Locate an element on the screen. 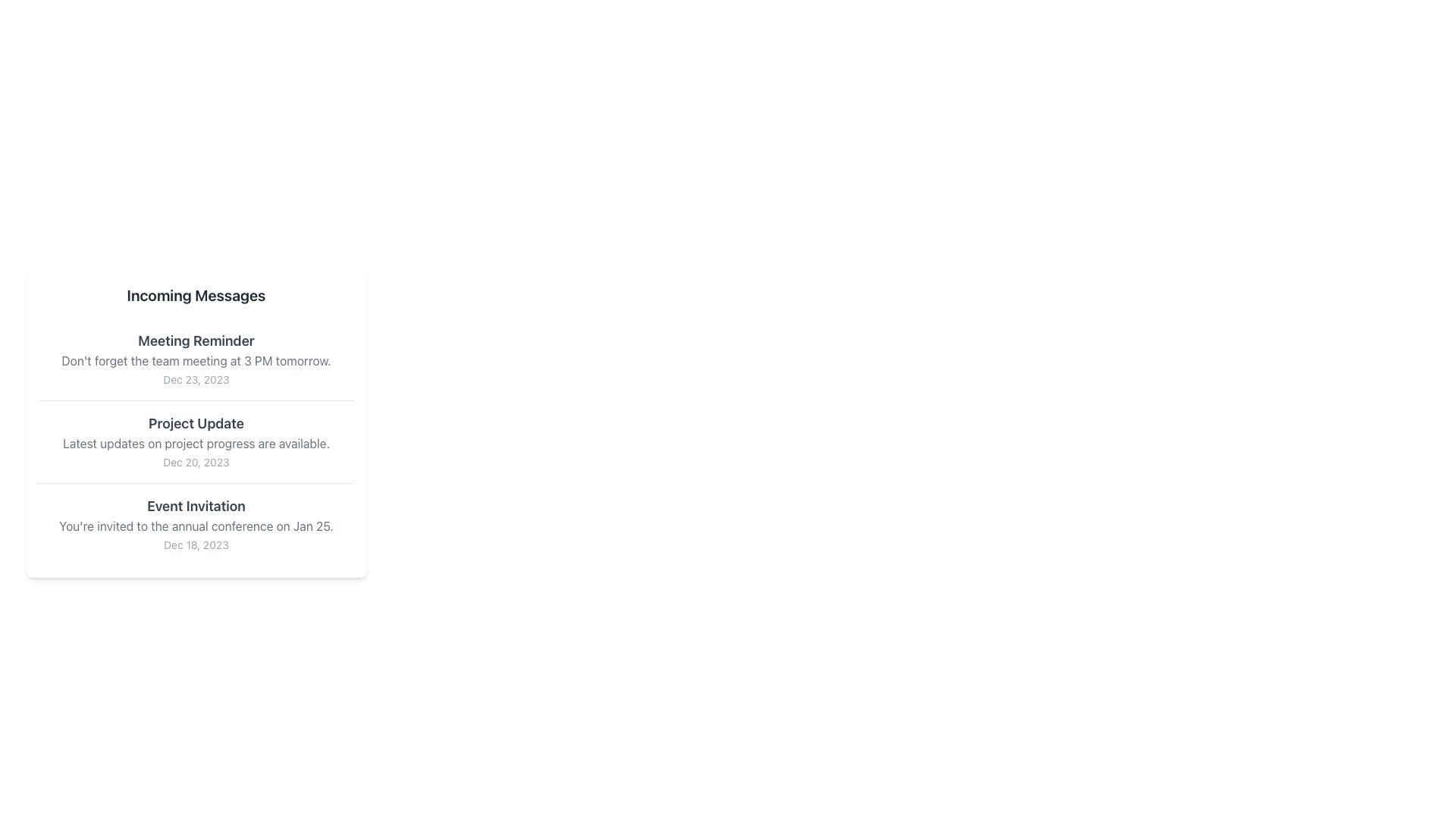 Image resolution: width=1456 pixels, height=819 pixels. the third text block in the vertically-stacked list, which provides an event invitation notification is located at coordinates (196, 522).